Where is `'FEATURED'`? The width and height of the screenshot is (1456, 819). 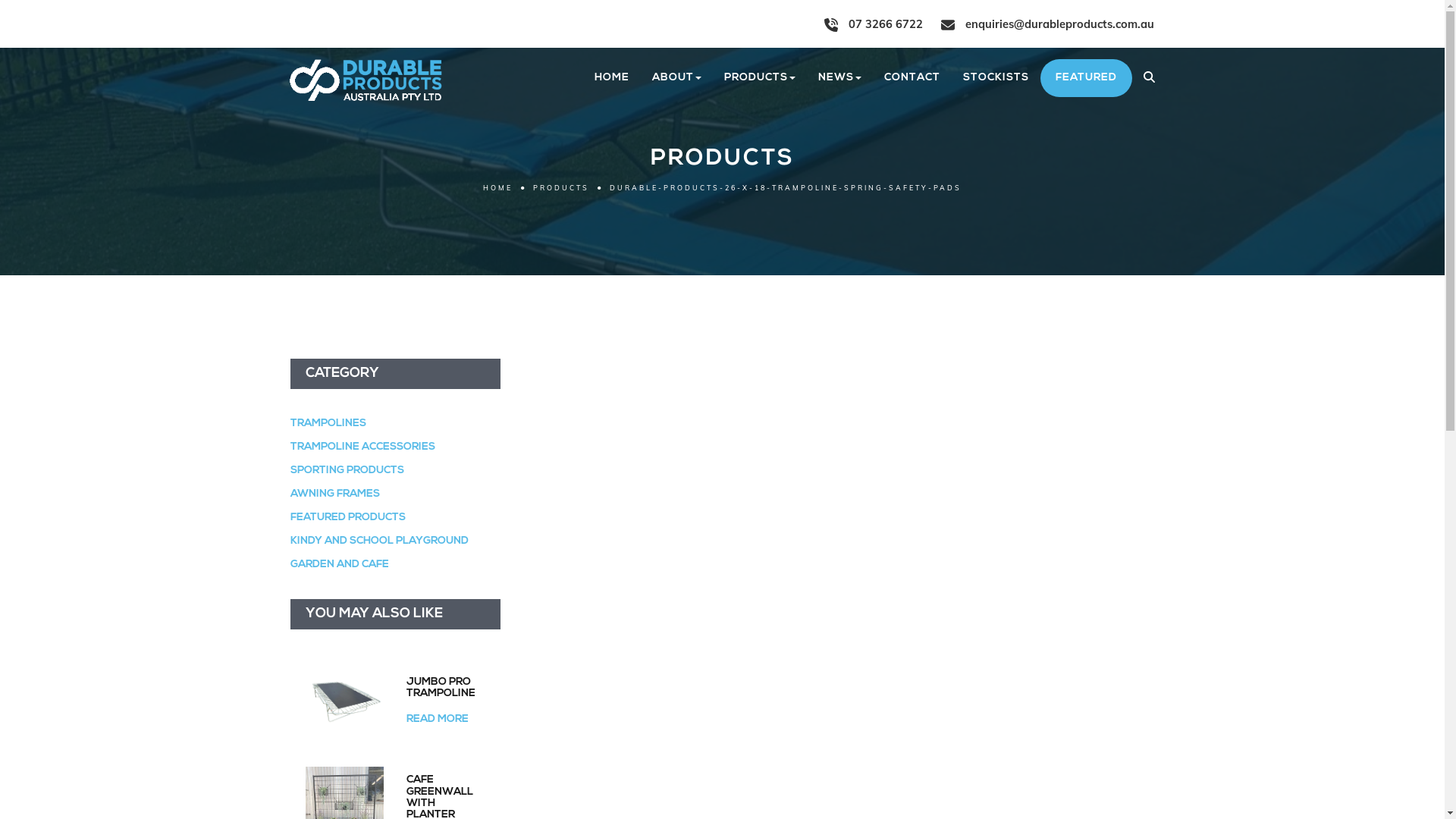 'FEATURED' is located at coordinates (1085, 78).